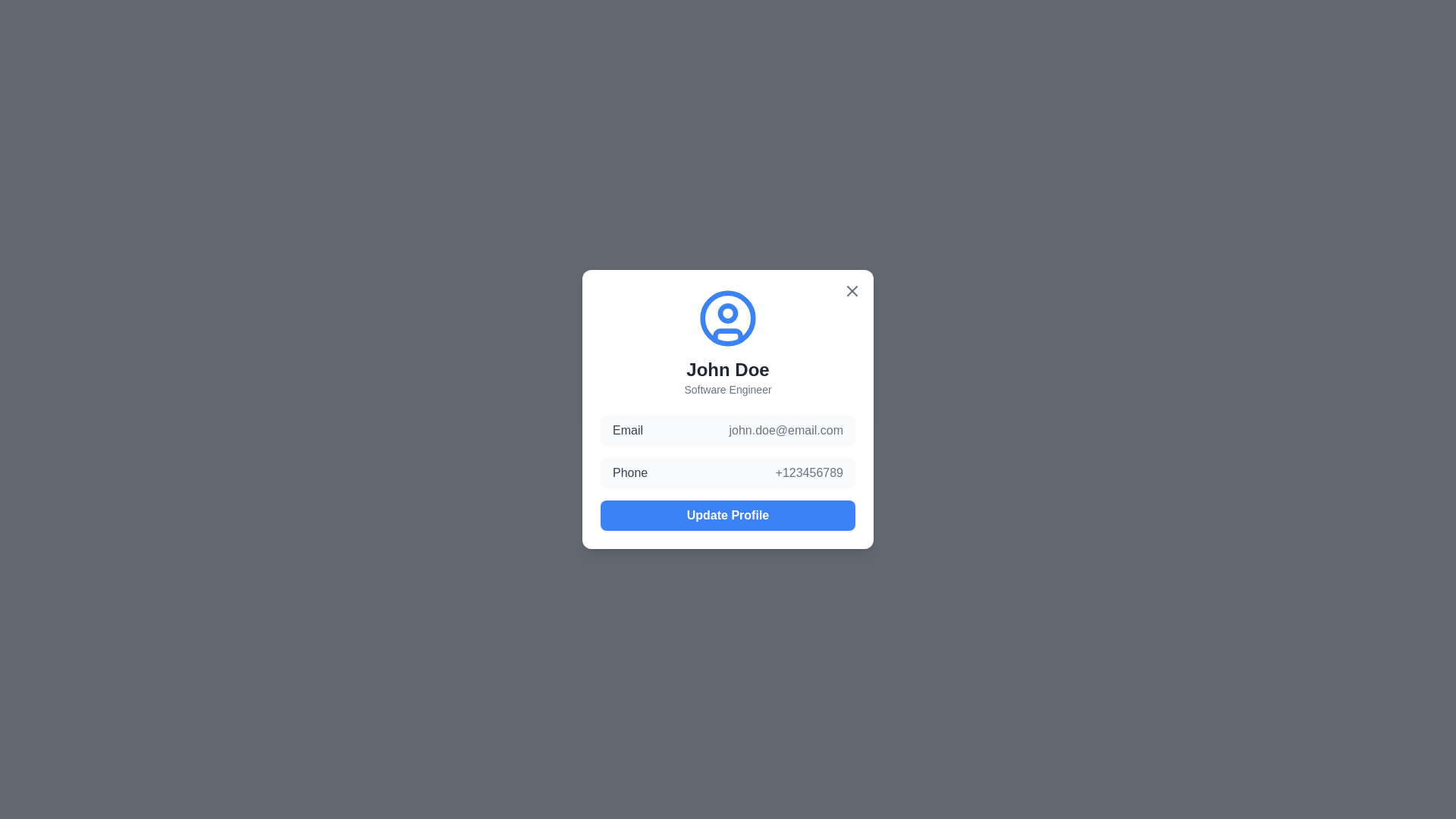 Image resolution: width=1456 pixels, height=819 pixels. What do you see at coordinates (852, 291) in the screenshot?
I see `the close button located in the top-right corner of the profile card` at bounding box center [852, 291].